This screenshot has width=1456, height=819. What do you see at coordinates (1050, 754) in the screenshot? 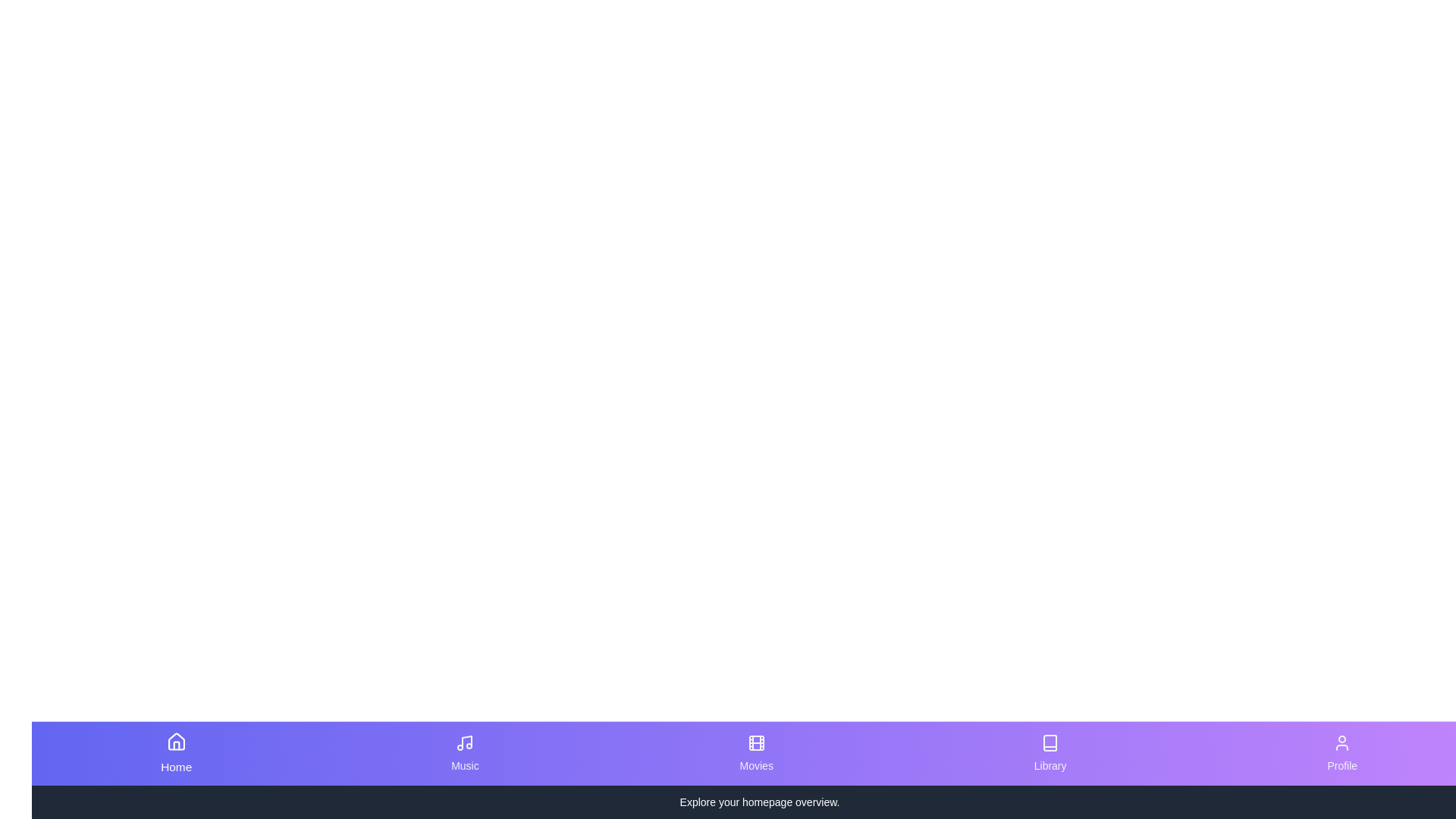
I see `the Library button to observe the transition effect` at bounding box center [1050, 754].